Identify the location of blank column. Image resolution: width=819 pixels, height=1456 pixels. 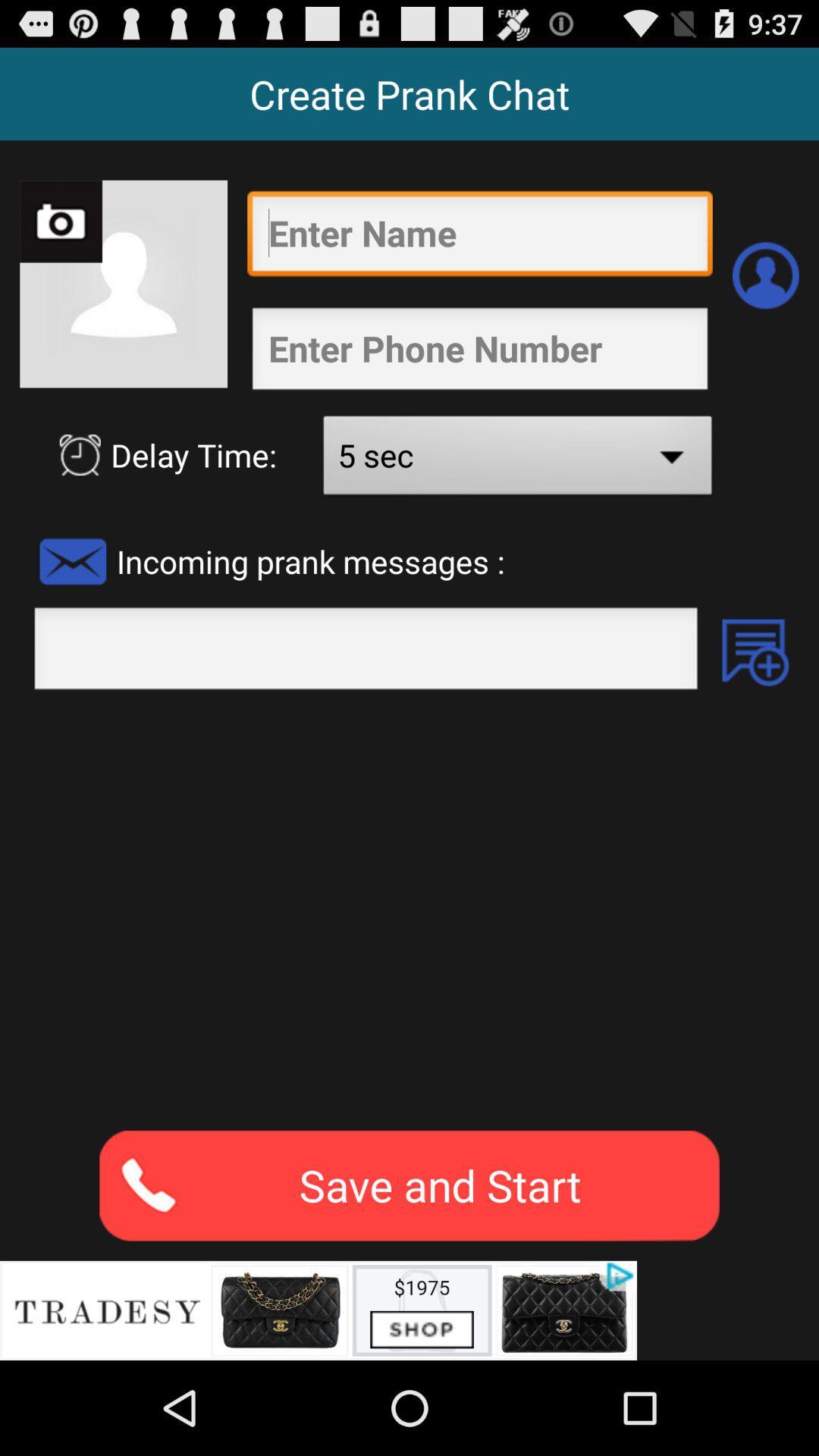
(366, 652).